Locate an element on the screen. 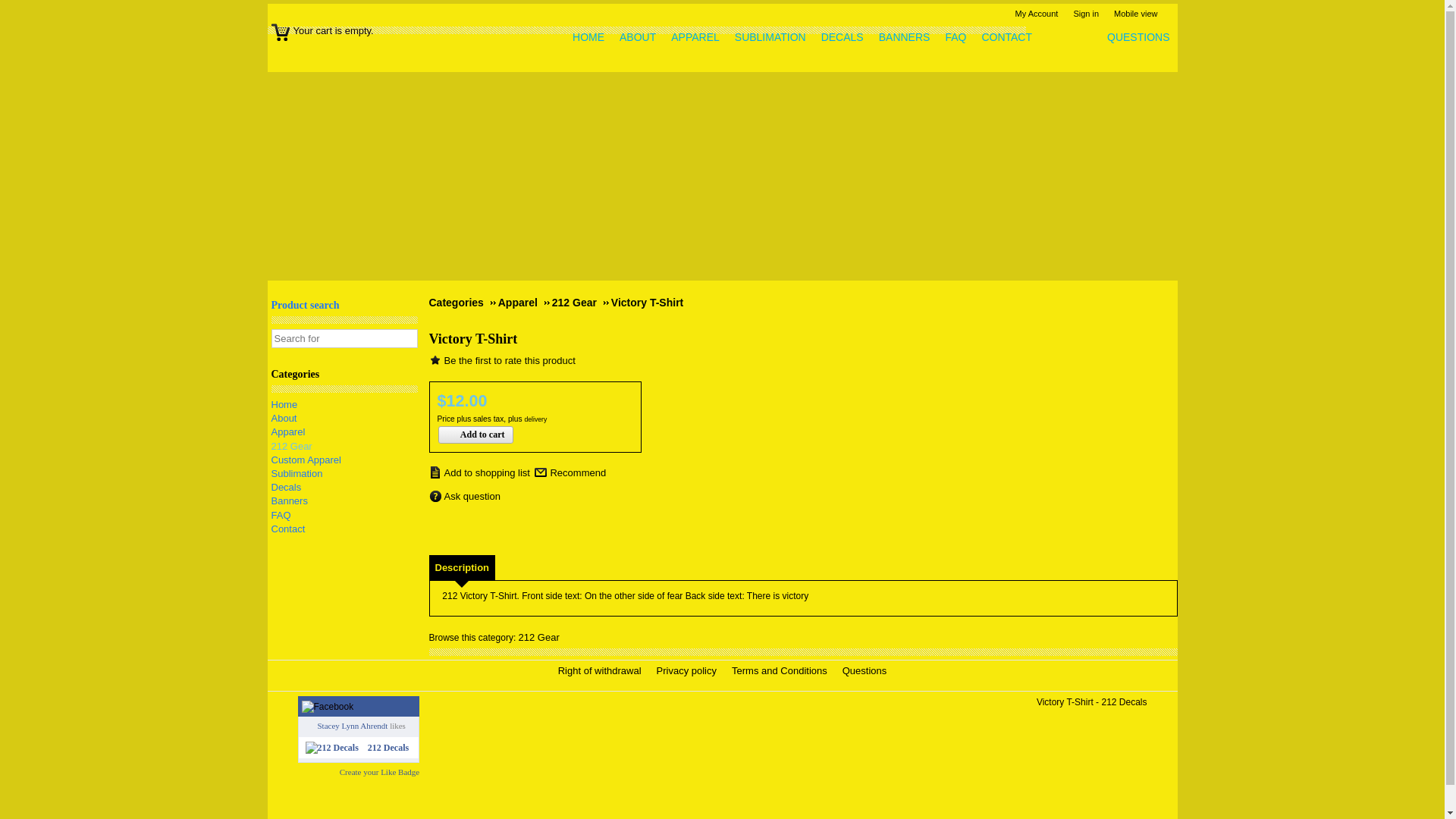 The image size is (1456, 819). 'Mobile view' is located at coordinates (1139, 14).